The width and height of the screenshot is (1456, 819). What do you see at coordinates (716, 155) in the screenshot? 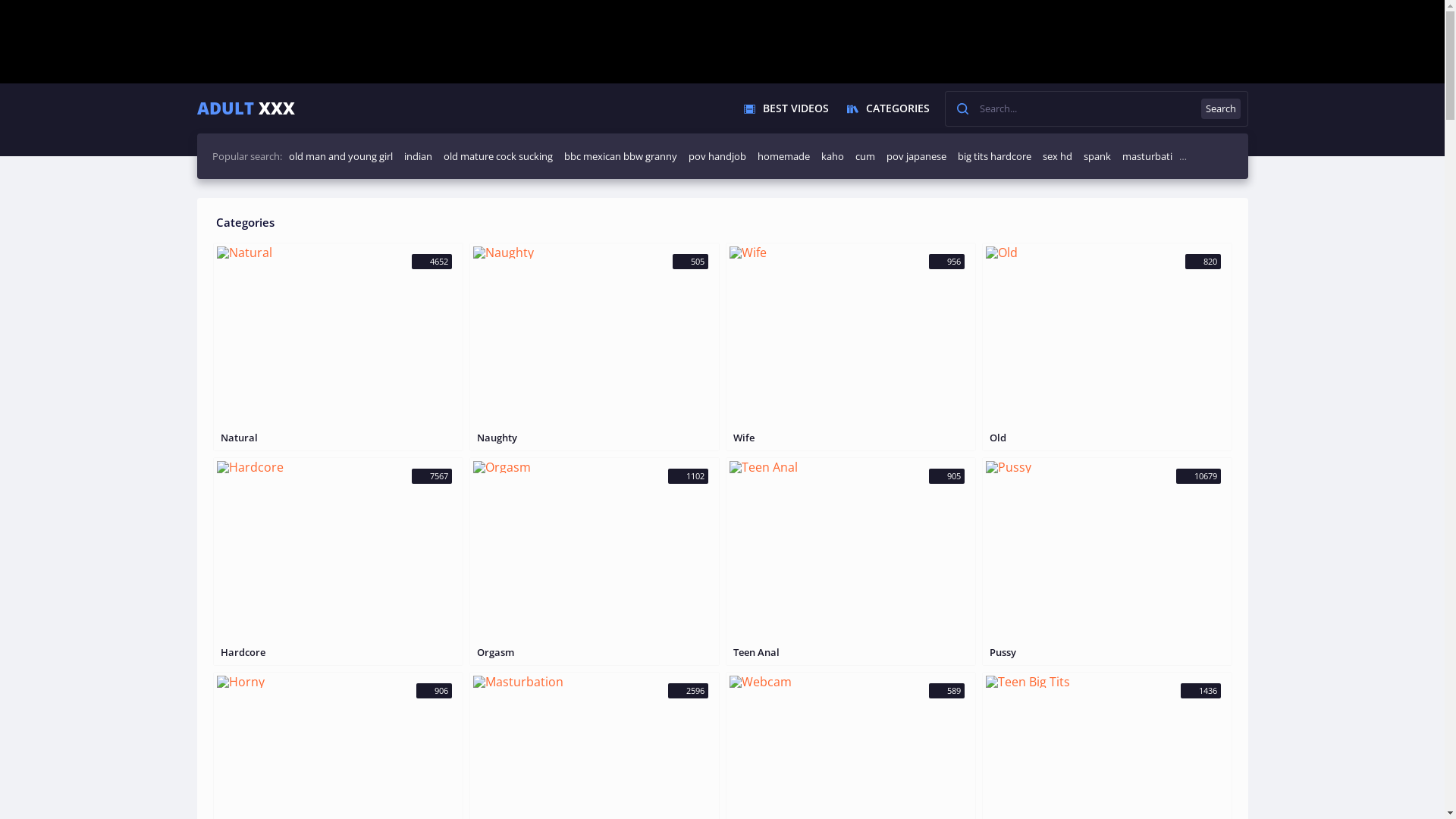
I see `'pov handjob'` at bounding box center [716, 155].